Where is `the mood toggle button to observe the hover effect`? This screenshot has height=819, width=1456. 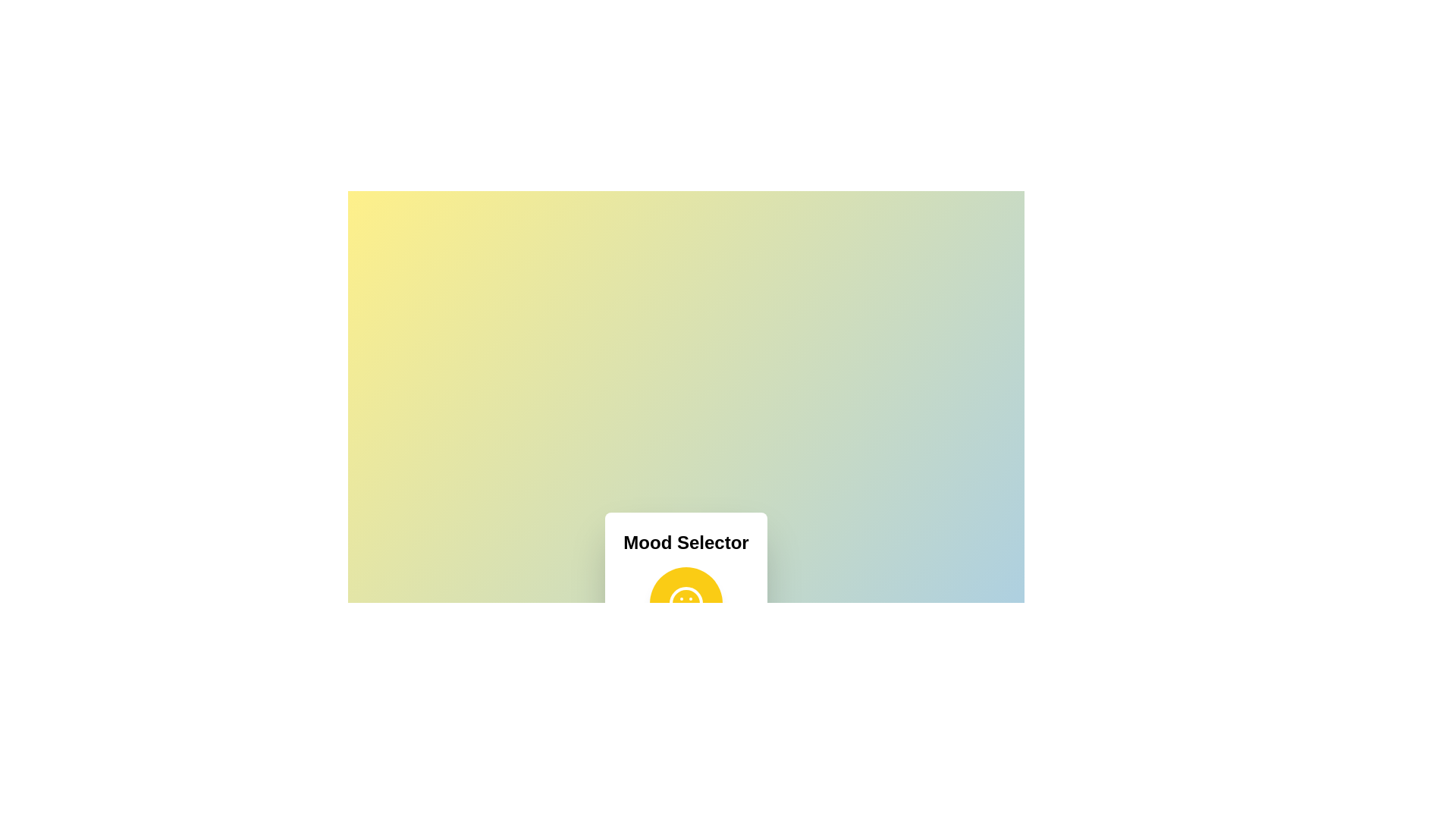
the mood toggle button to observe the hover effect is located at coordinates (685, 602).